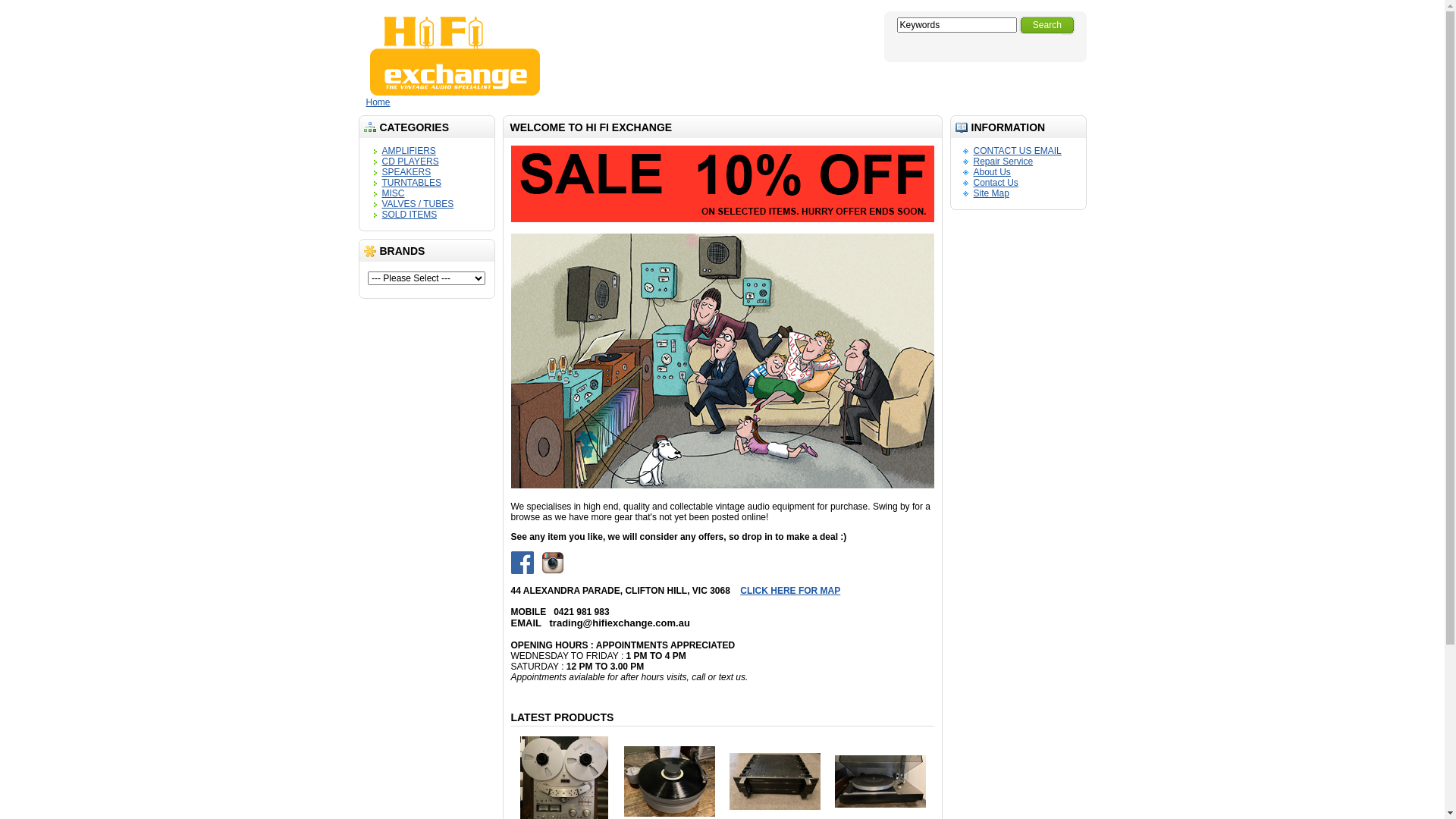 The height and width of the screenshot is (819, 1456). I want to click on 'Home', so click(378, 102).